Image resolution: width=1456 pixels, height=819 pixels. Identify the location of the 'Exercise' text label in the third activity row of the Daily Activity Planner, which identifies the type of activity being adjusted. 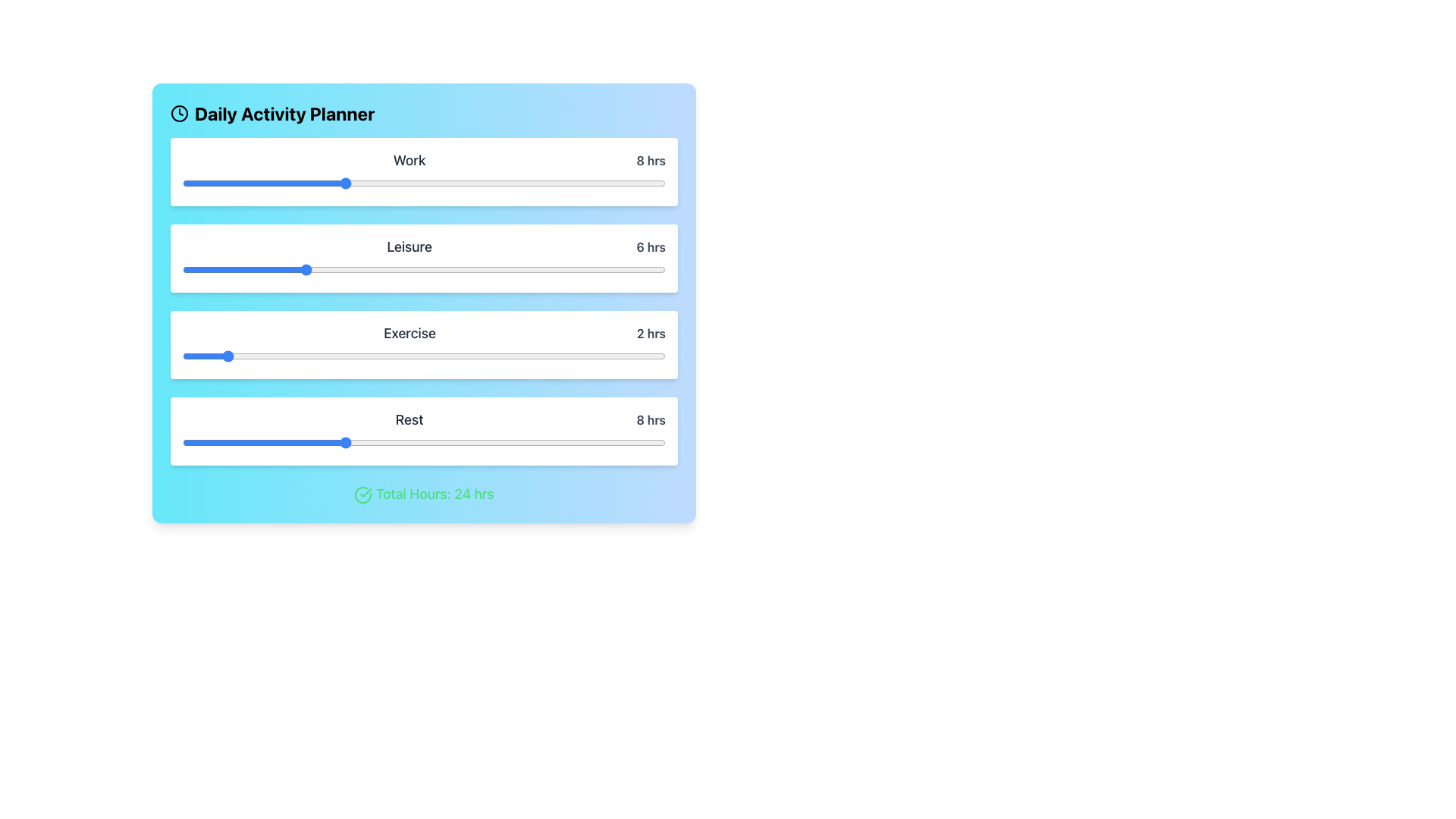
(409, 332).